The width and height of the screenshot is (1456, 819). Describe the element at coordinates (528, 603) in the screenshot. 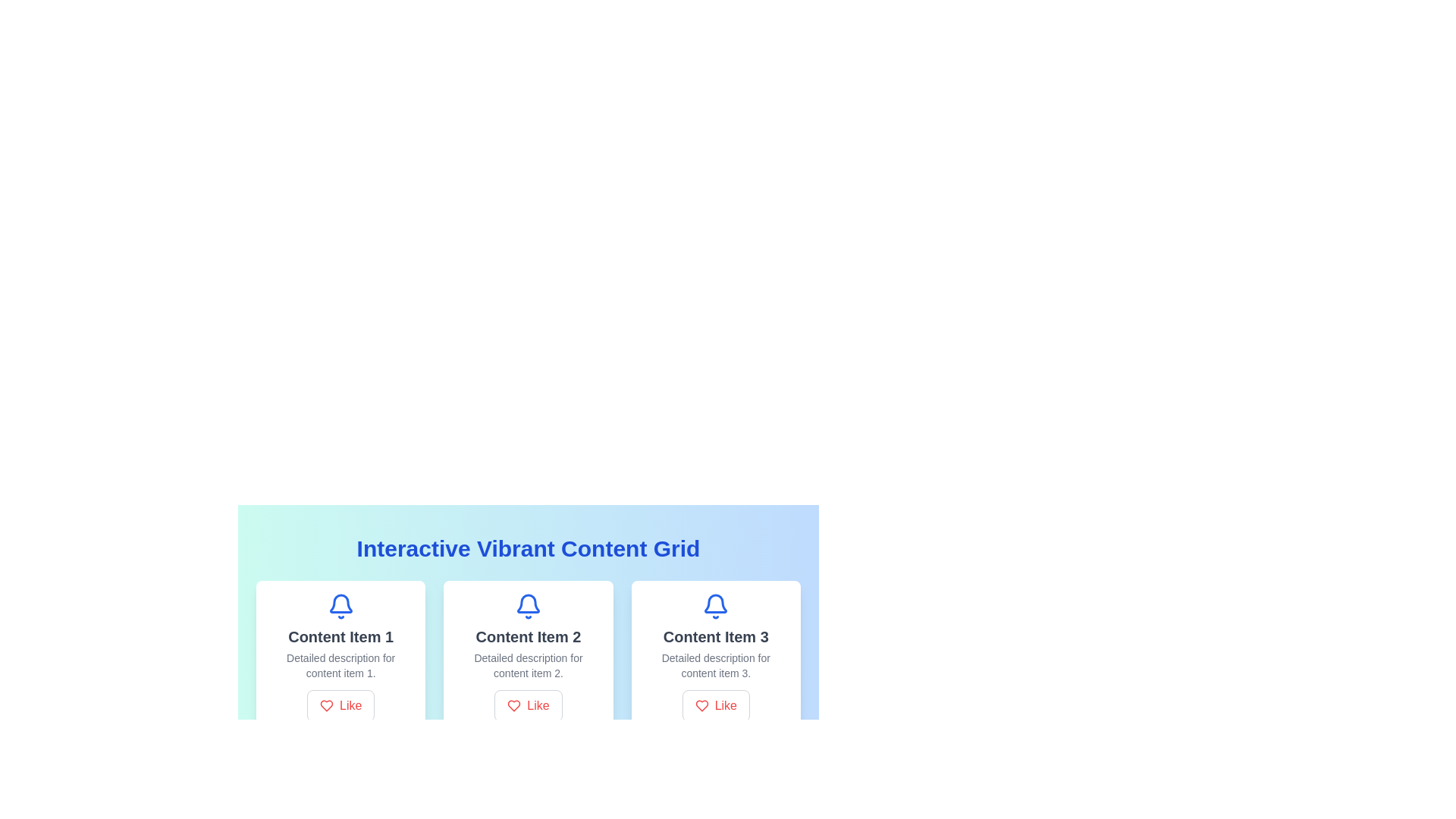

I see `the bell-shaped notification icon, which is bright blue and located at the top of the second content card titled 'Content Item 2.'` at that location.